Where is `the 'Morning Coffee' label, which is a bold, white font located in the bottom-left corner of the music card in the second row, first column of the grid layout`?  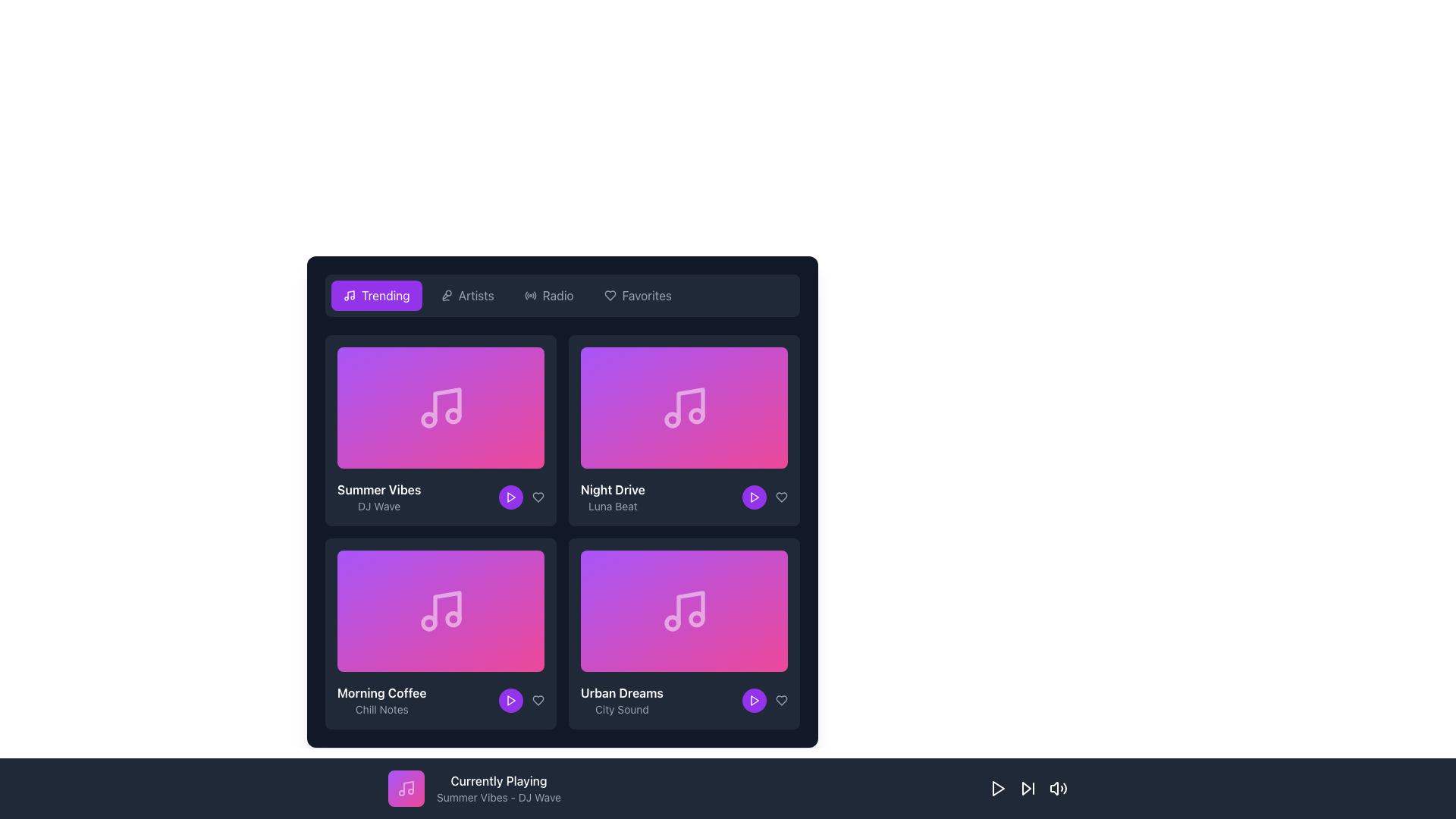 the 'Morning Coffee' label, which is a bold, white font located in the bottom-left corner of the music card in the second row, first column of the grid layout is located at coordinates (381, 693).